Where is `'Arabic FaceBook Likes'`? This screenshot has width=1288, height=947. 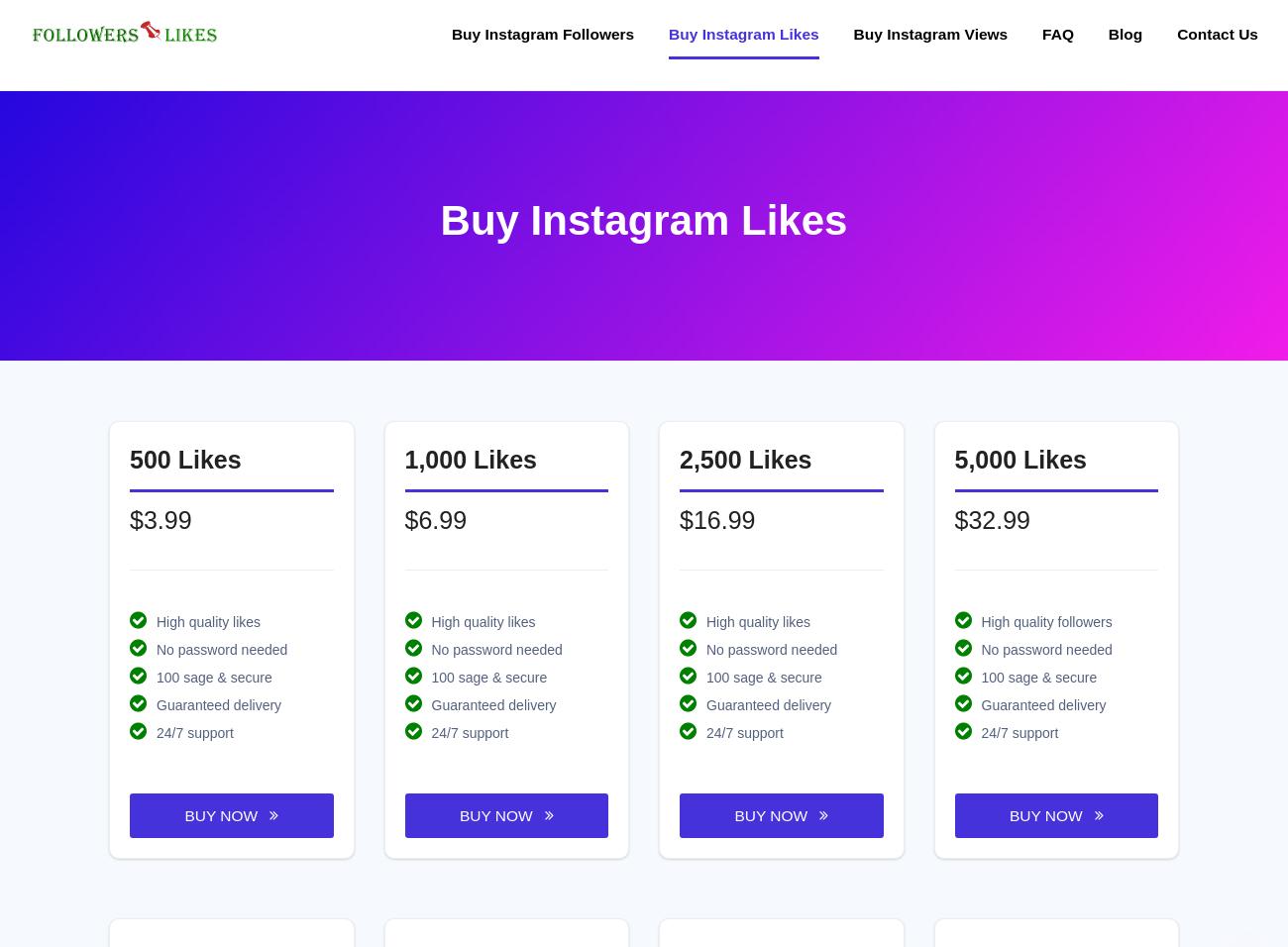
'Arabic FaceBook Likes' is located at coordinates (453, 825).